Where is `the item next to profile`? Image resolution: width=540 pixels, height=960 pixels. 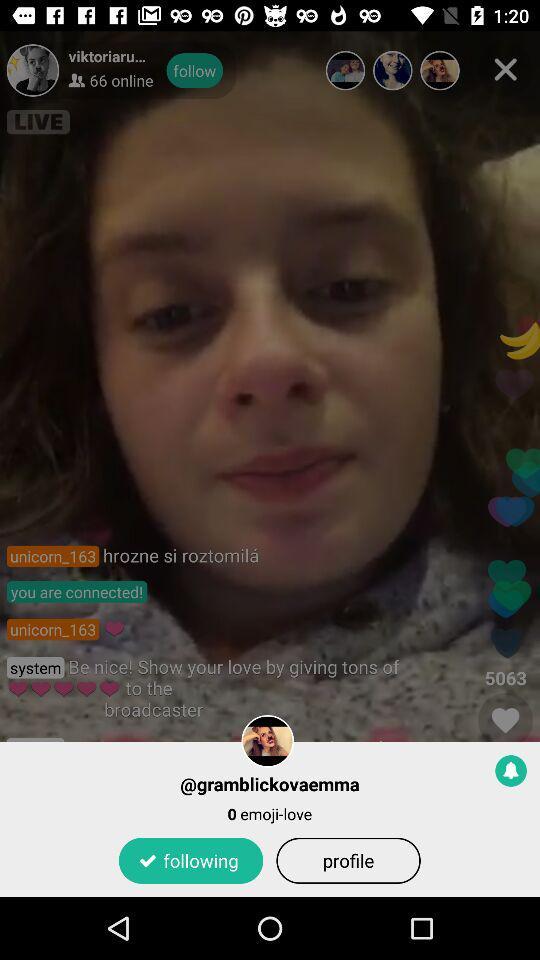
the item next to profile is located at coordinates (191, 859).